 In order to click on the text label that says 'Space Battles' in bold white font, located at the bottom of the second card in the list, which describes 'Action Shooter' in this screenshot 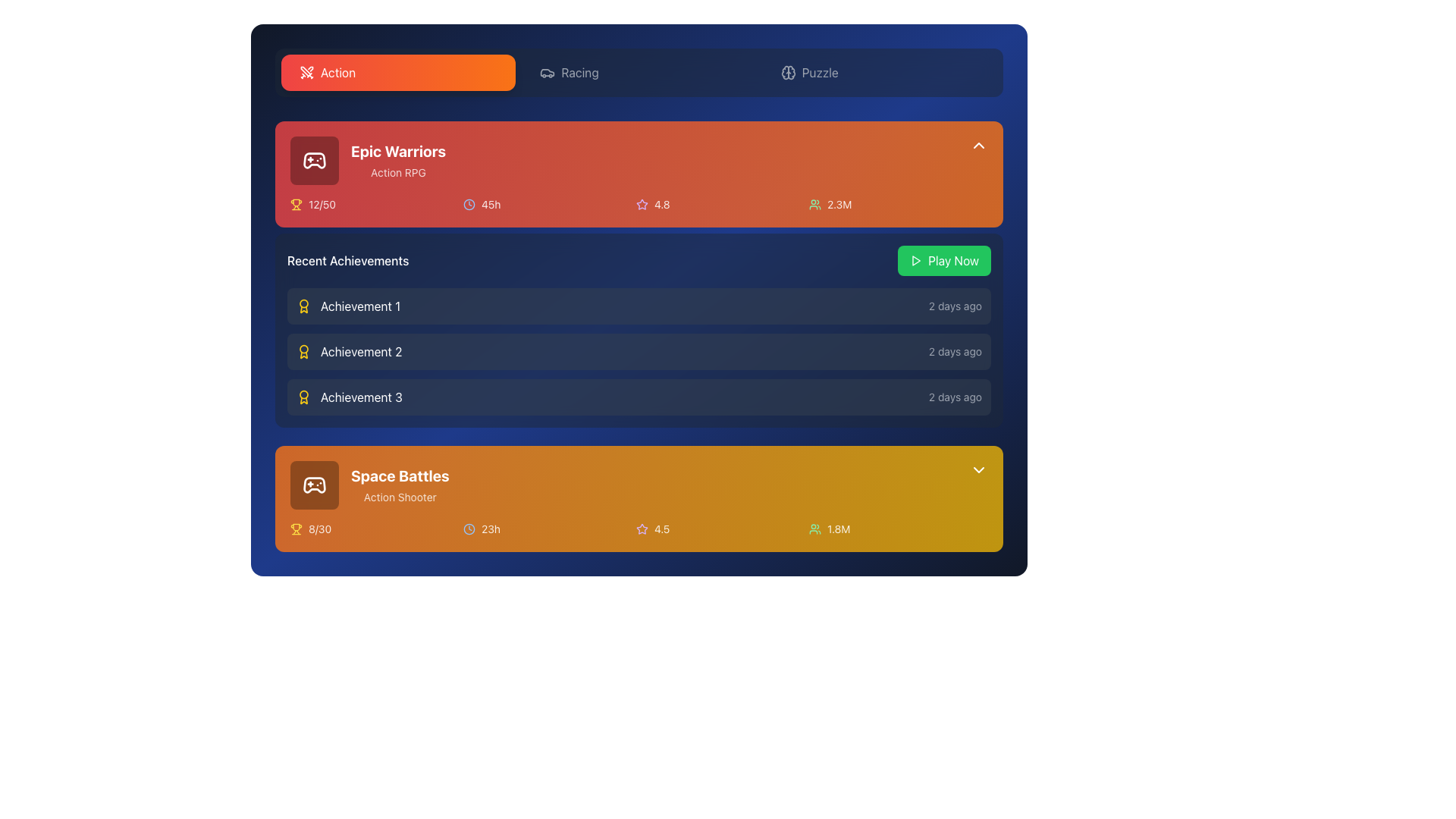, I will do `click(400, 485)`.